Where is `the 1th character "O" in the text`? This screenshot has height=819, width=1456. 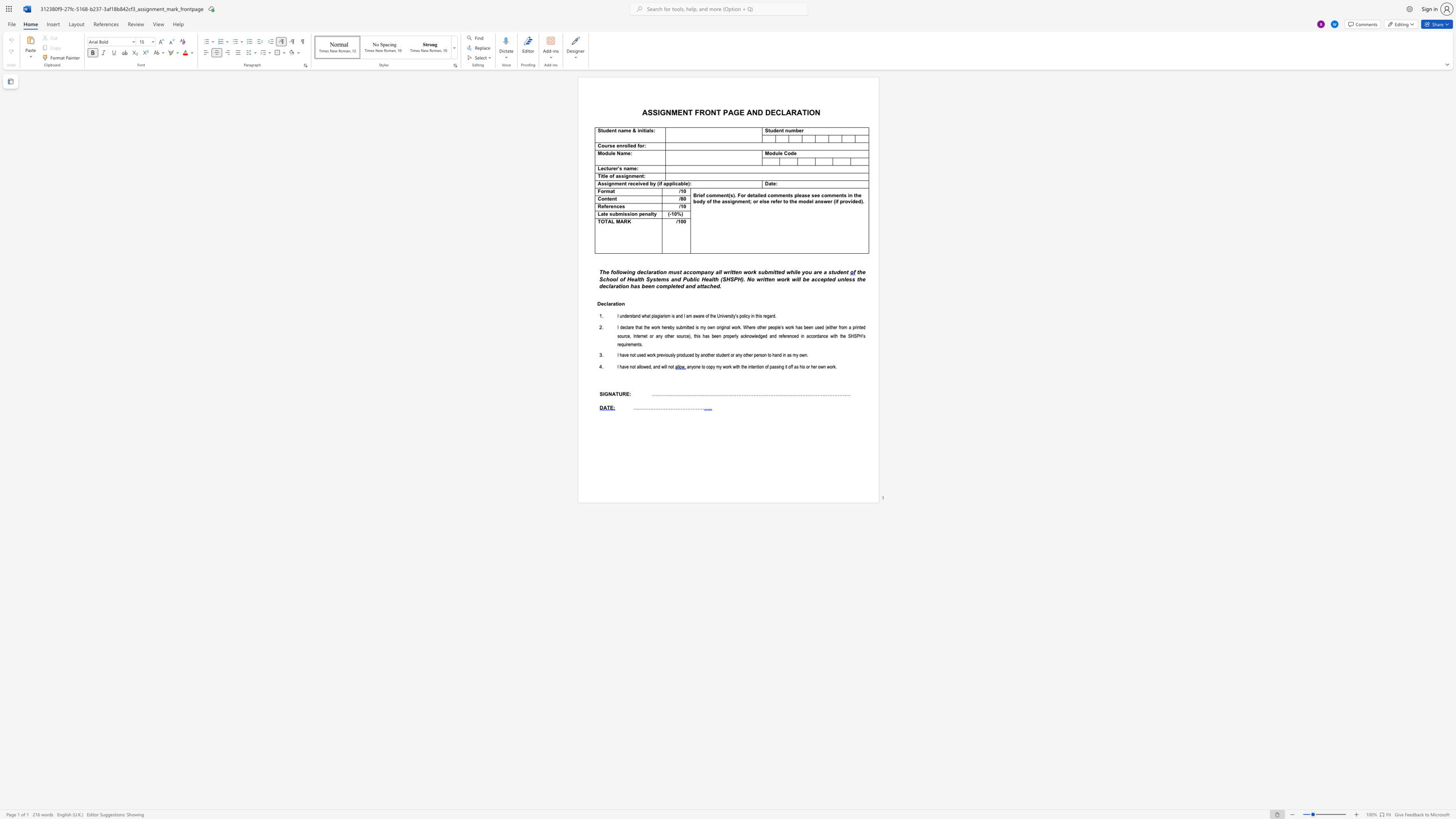
the 1th character "O" in the text is located at coordinates (812, 111).